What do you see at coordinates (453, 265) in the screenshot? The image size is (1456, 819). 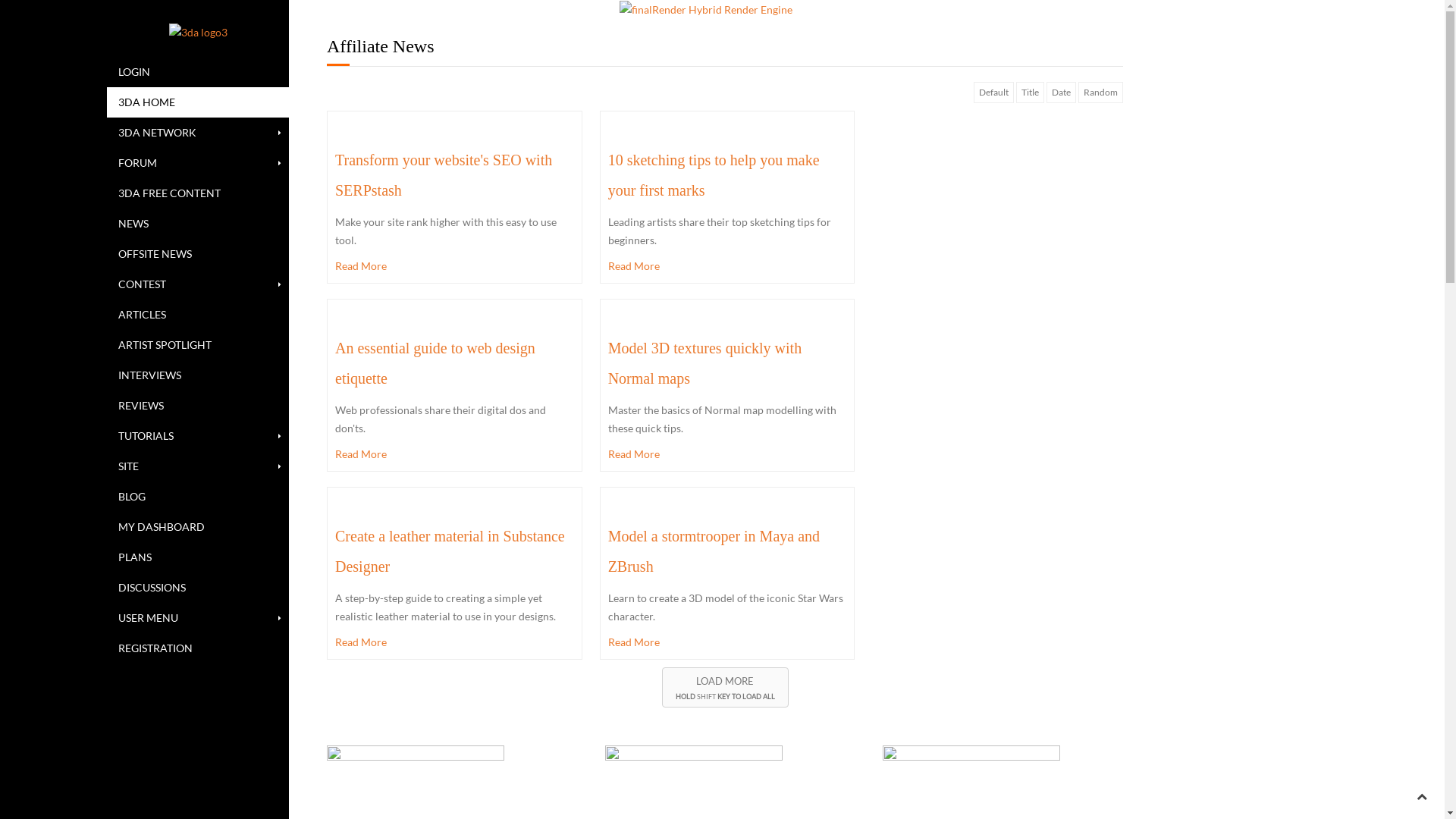 I see `'Read More'` at bounding box center [453, 265].